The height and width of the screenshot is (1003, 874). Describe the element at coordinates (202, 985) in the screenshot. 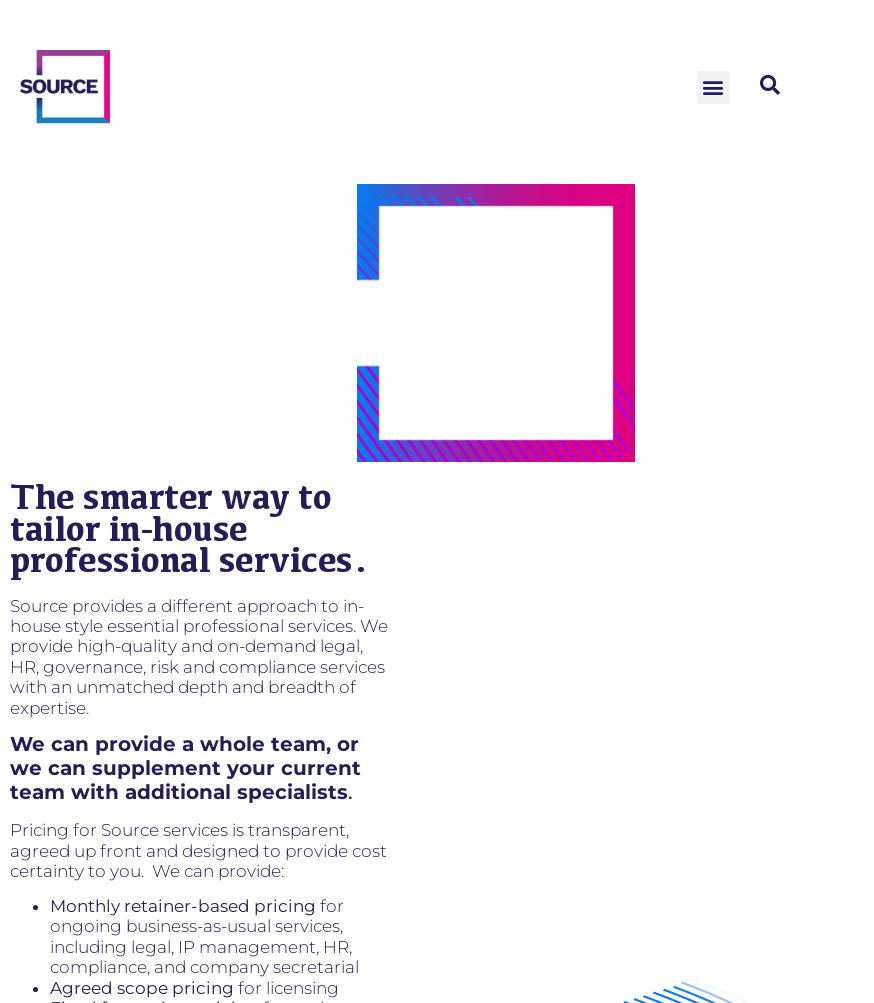

I see `'pricing'` at that location.